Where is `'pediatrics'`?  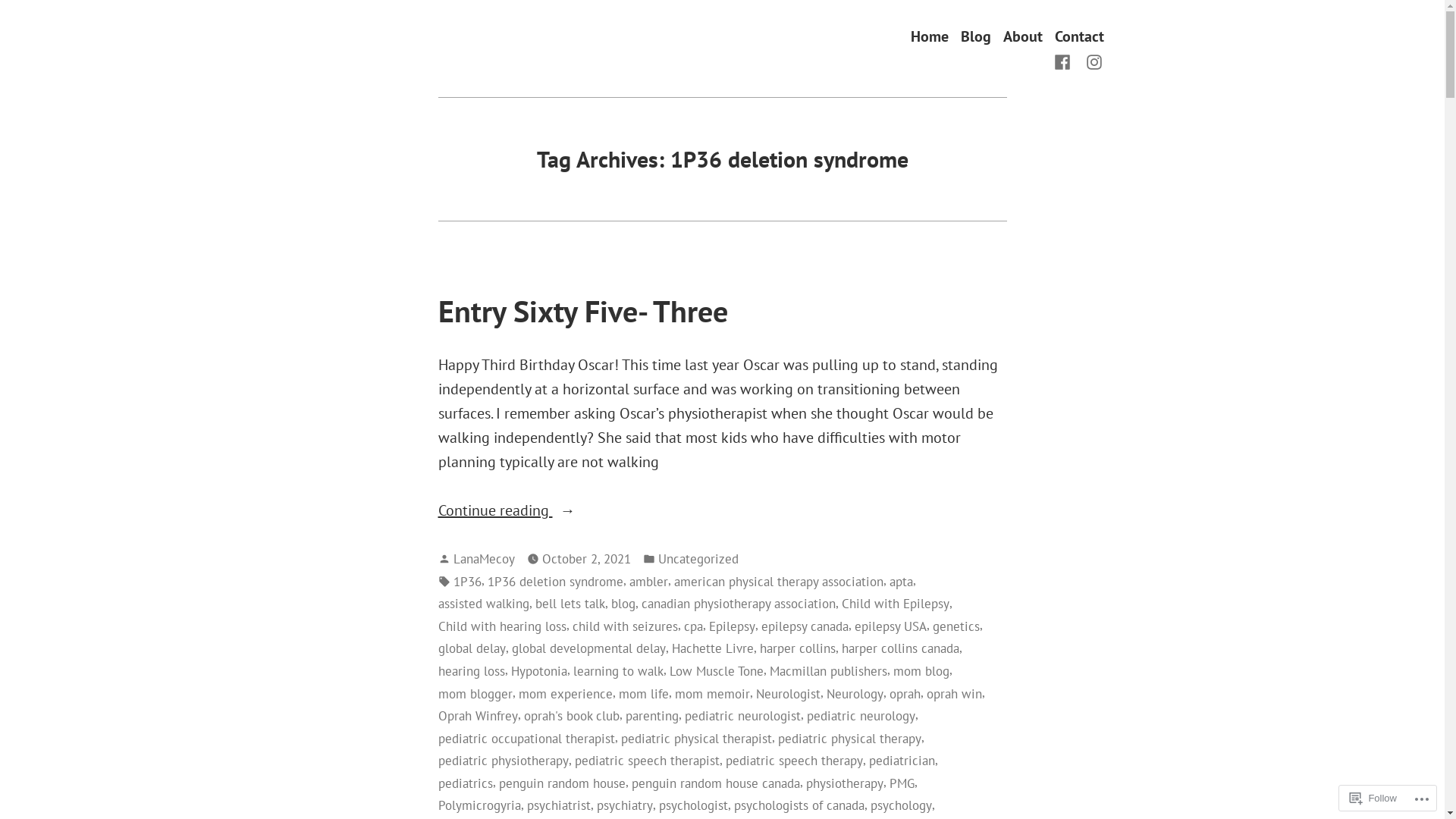 'pediatrics' is located at coordinates (465, 783).